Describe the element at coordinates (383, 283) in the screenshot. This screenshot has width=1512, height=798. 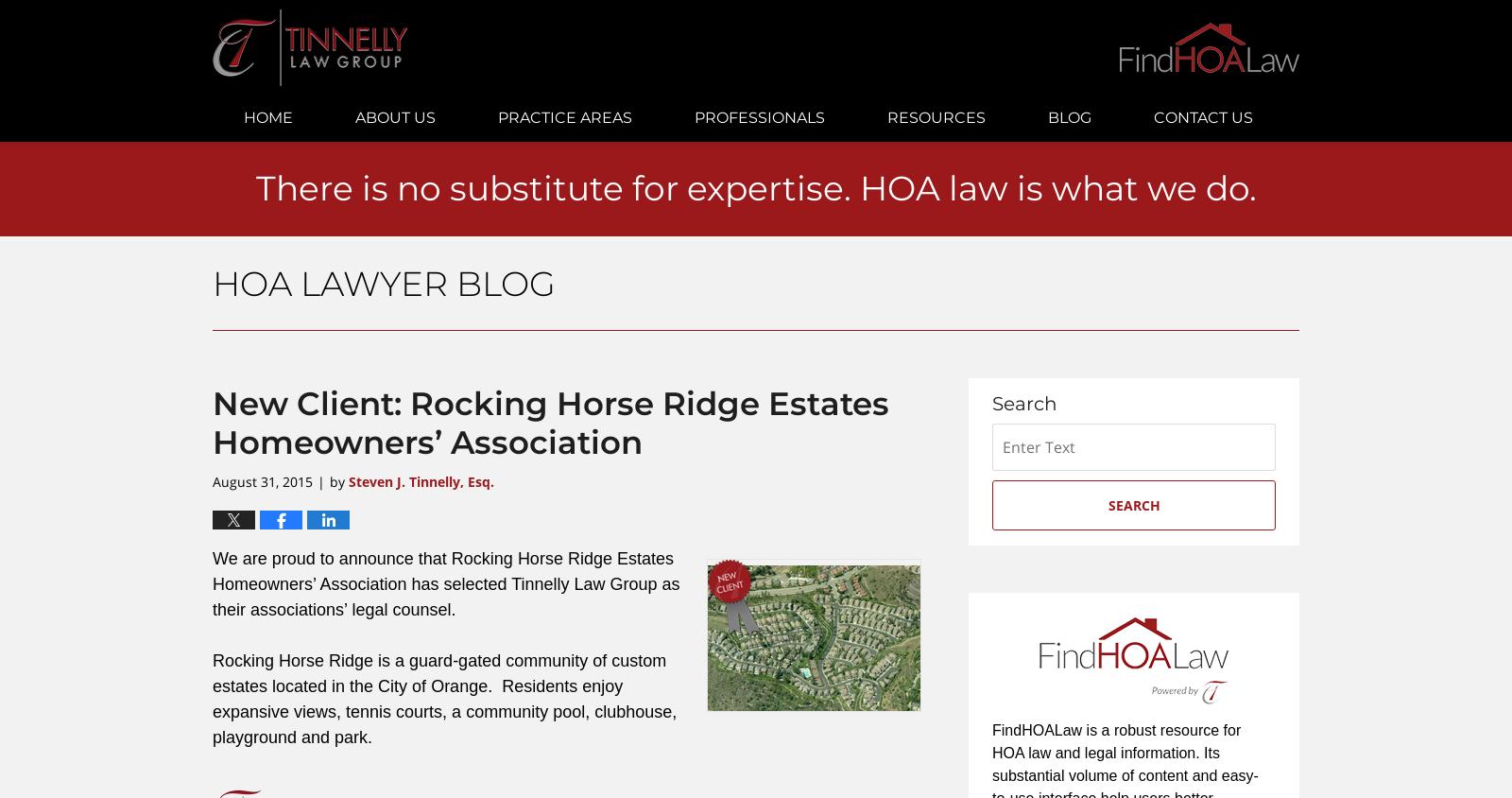
I see `'HOA Lawyer BLog'` at that location.